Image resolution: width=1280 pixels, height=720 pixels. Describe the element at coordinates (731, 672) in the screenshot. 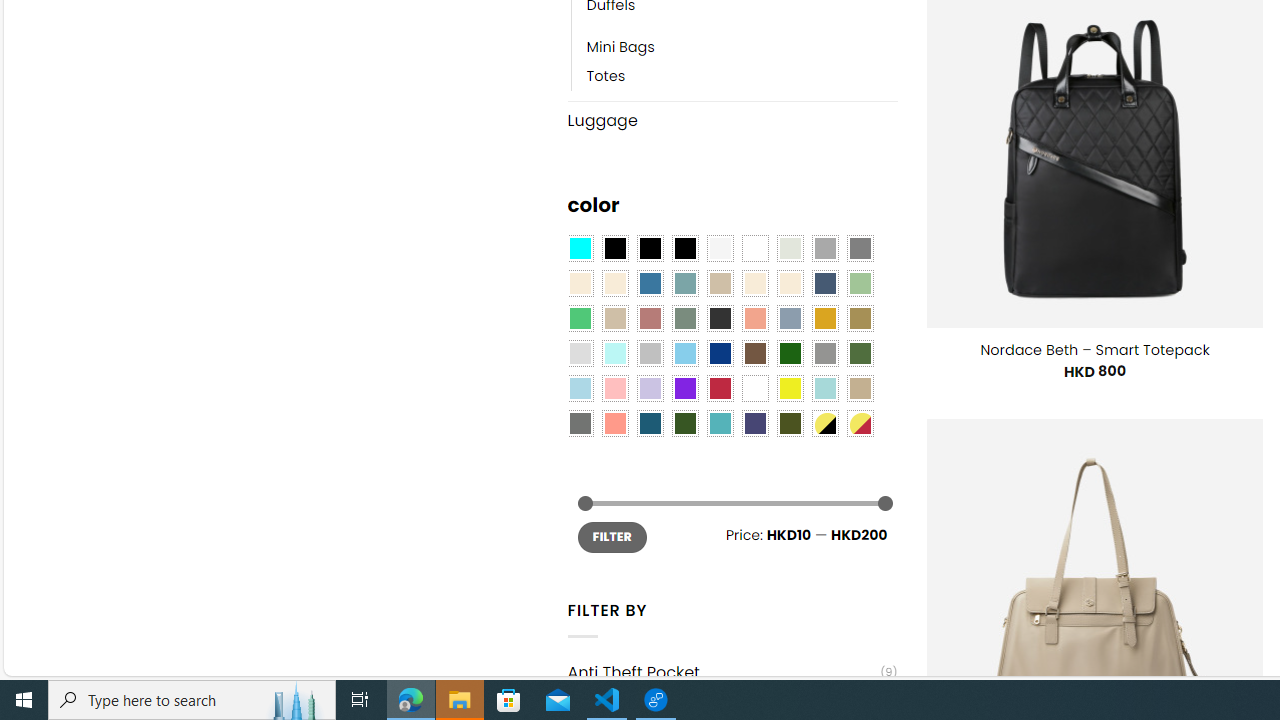

I see `'Anti Theft Pocket(9)'` at that location.